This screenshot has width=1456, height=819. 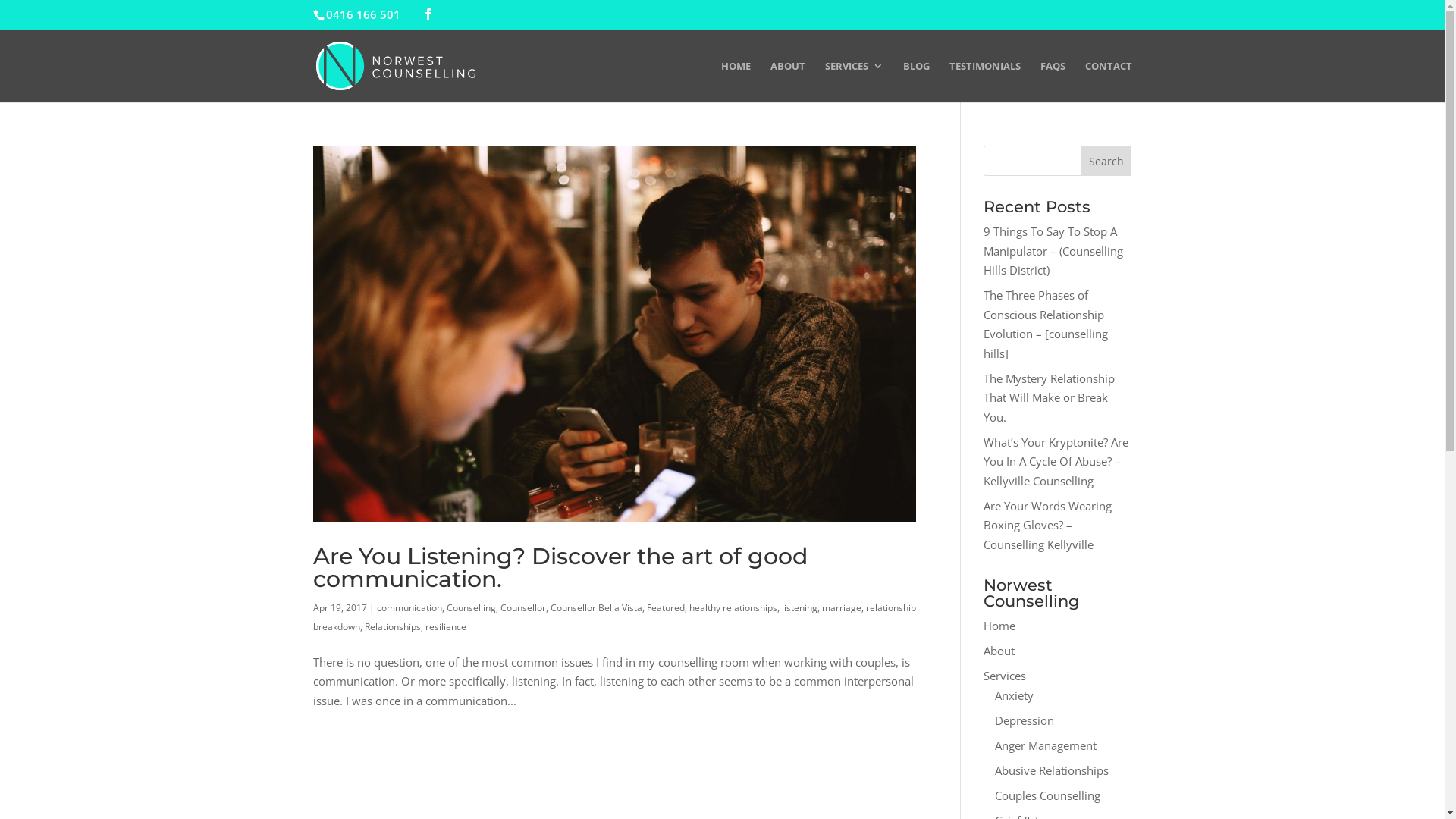 What do you see at coordinates (999, 649) in the screenshot?
I see `'About'` at bounding box center [999, 649].